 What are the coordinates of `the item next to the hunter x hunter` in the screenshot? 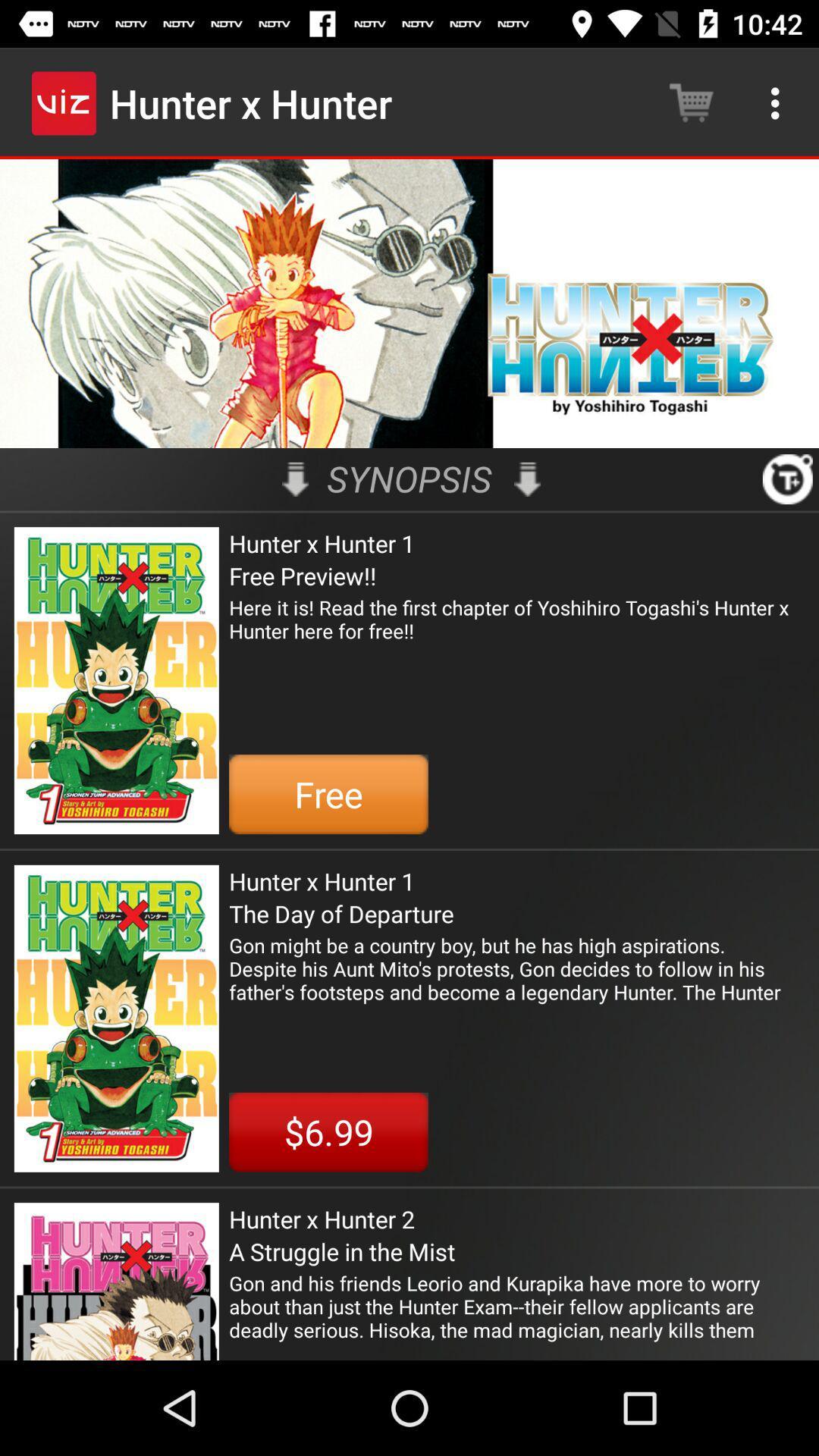 It's located at (691, 102).